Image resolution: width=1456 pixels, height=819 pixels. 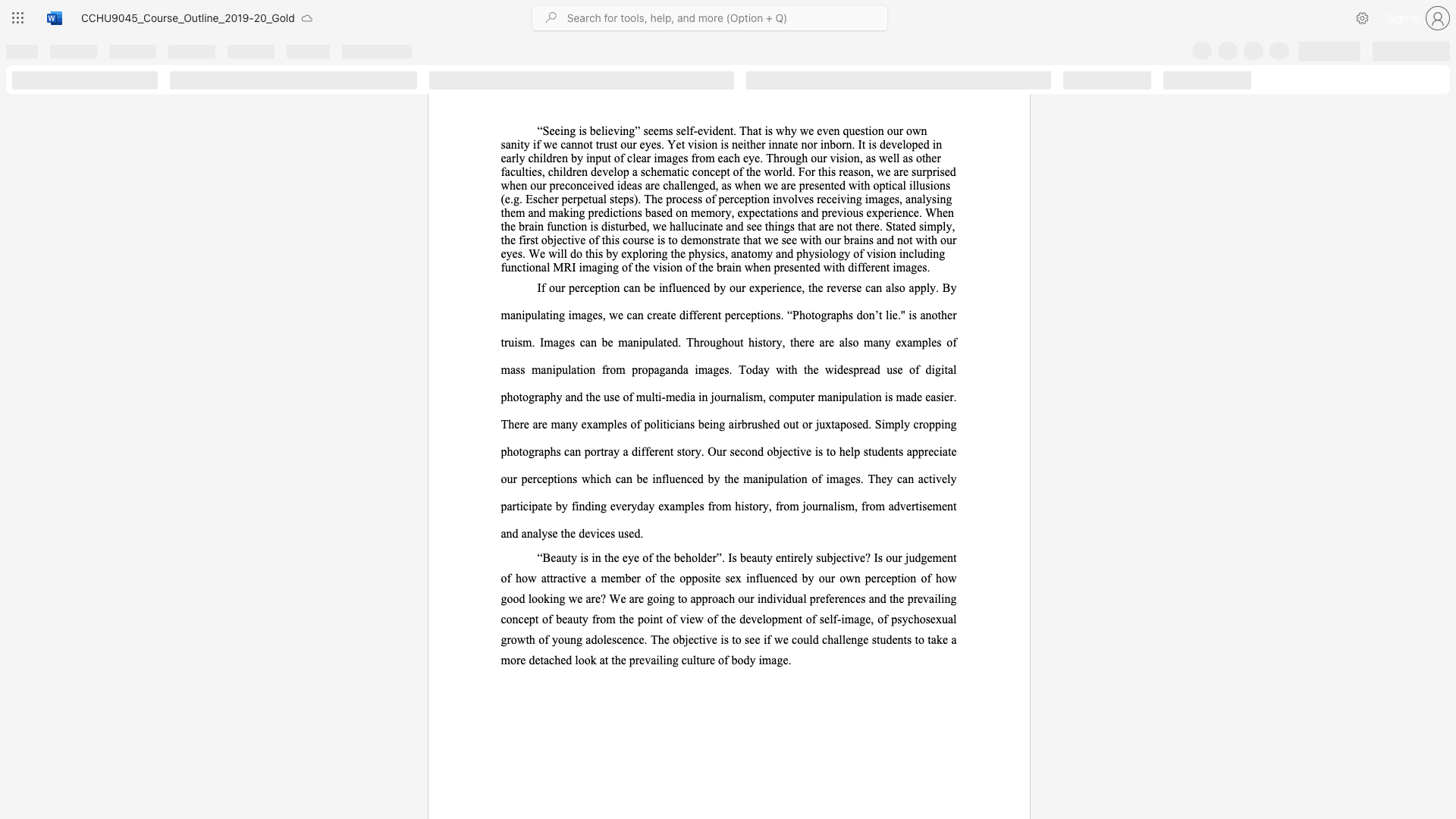 What do you see at coordinates (741, 171) in the screenshot?
I see `the 6th character "f" in the text` at bounding box center [741, 171].